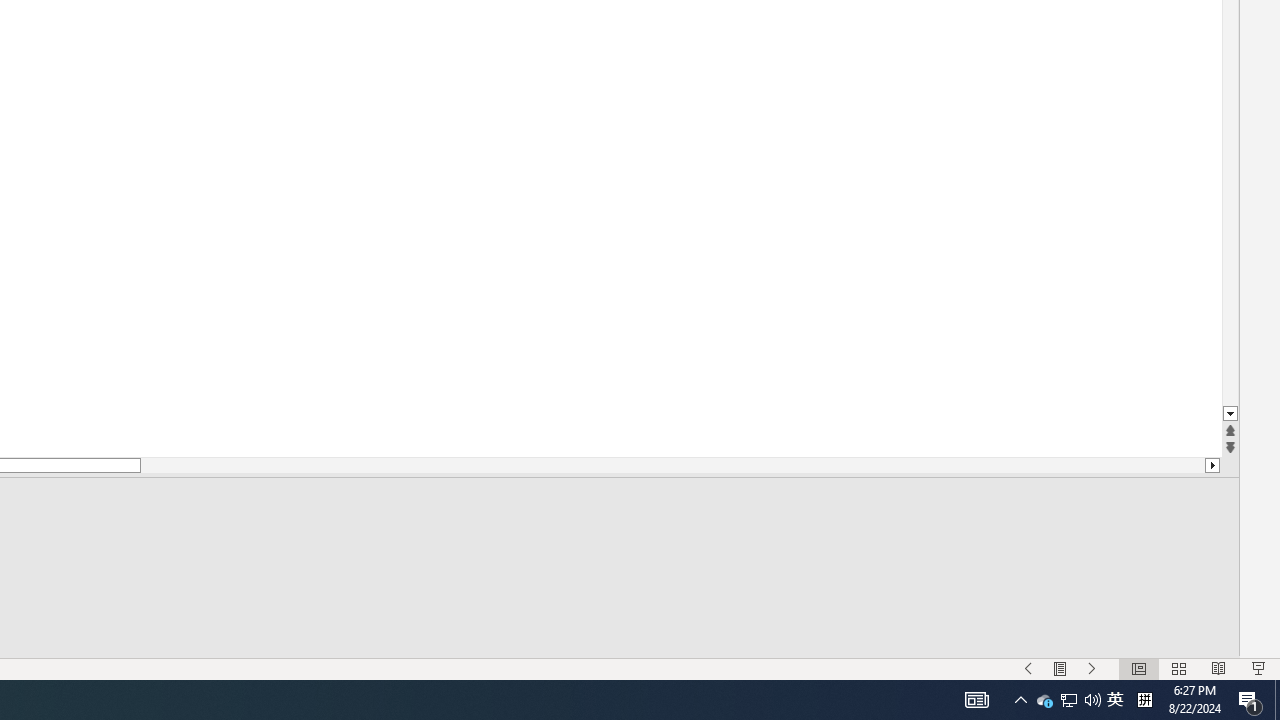  I want to click on 'Notification Chevron', so click(1020, 698).